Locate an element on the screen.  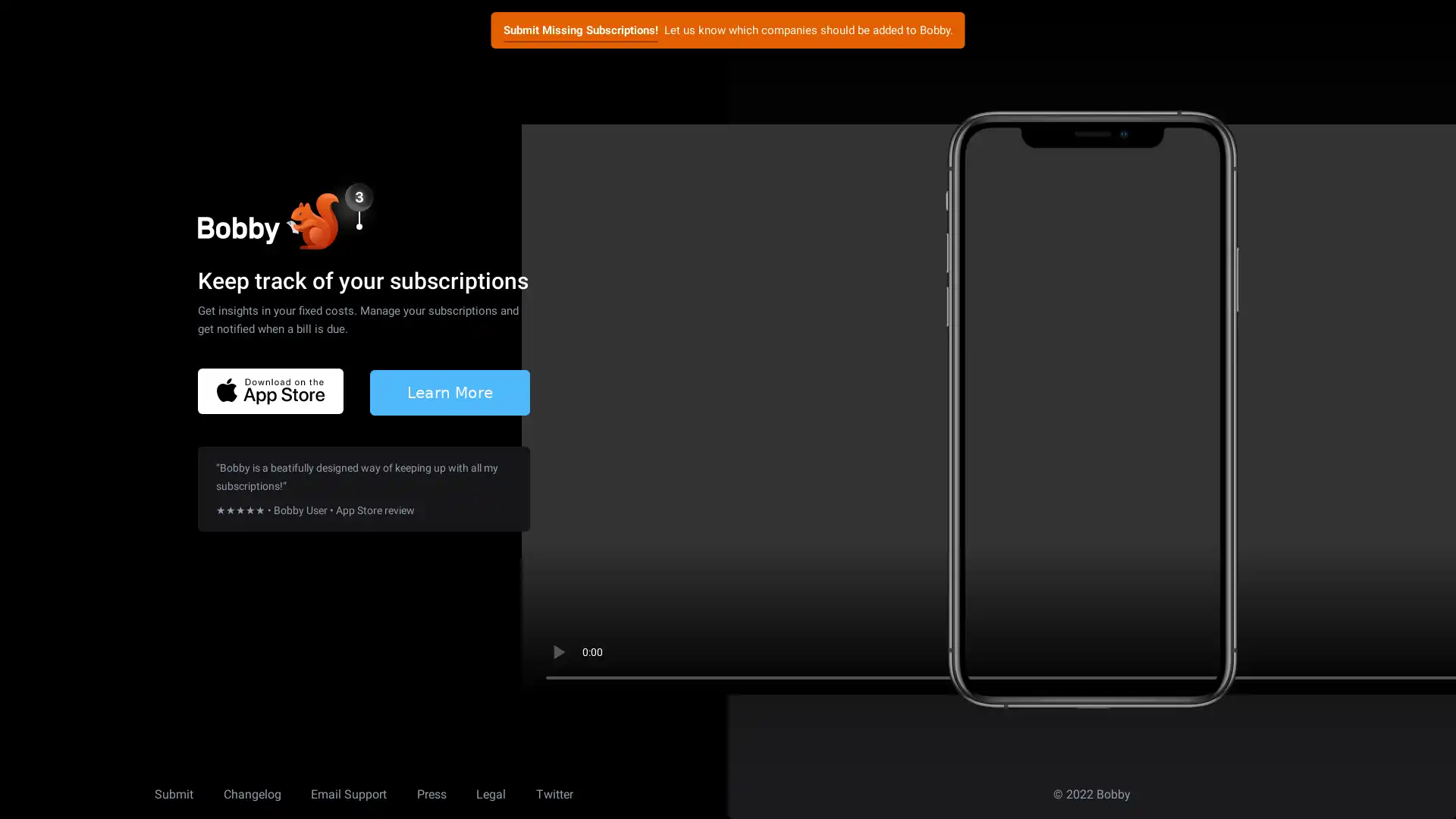
Learn More is located at coordinates (449, 391).